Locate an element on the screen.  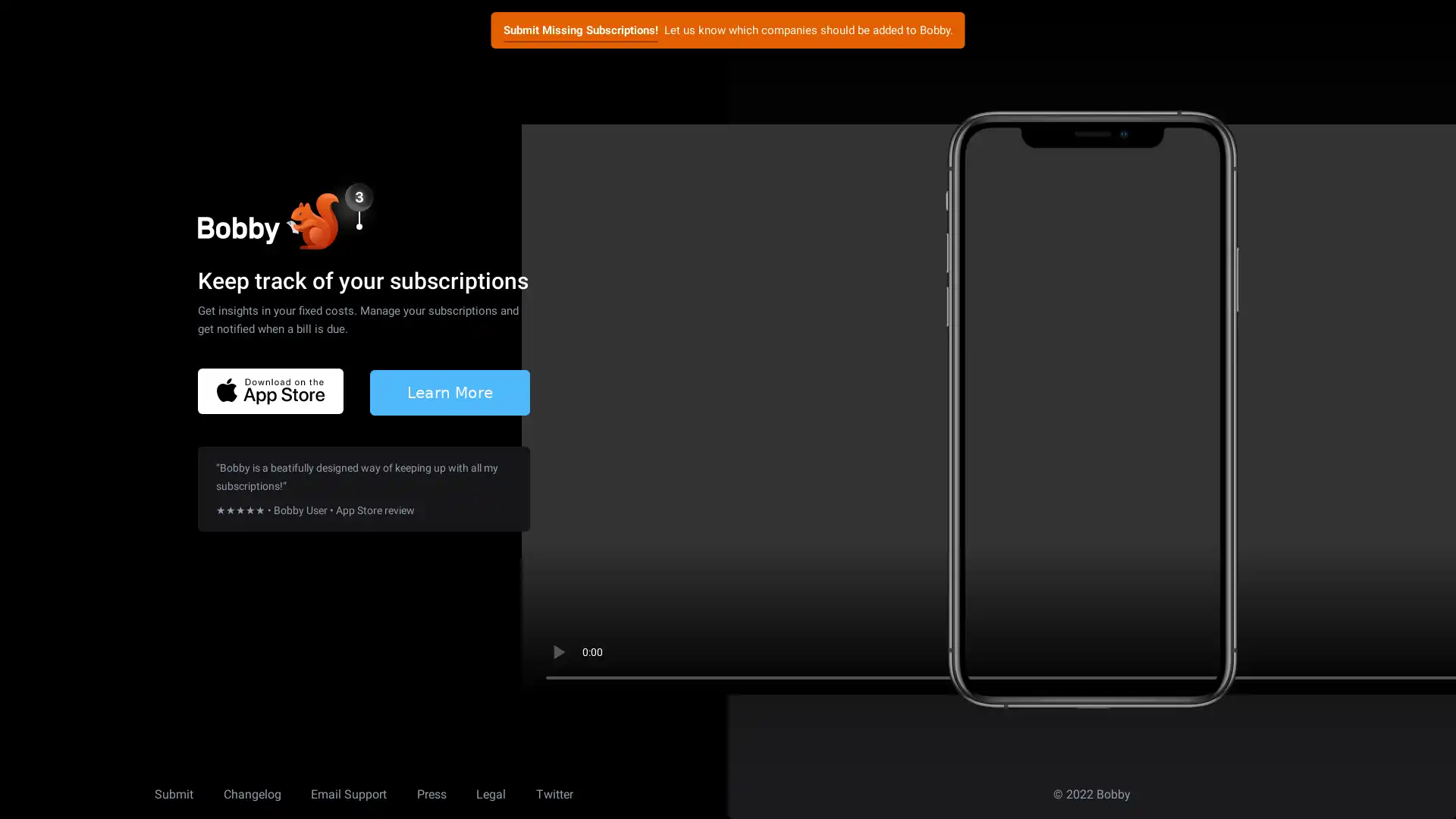
Learn More is located at coordinates (449, 391).